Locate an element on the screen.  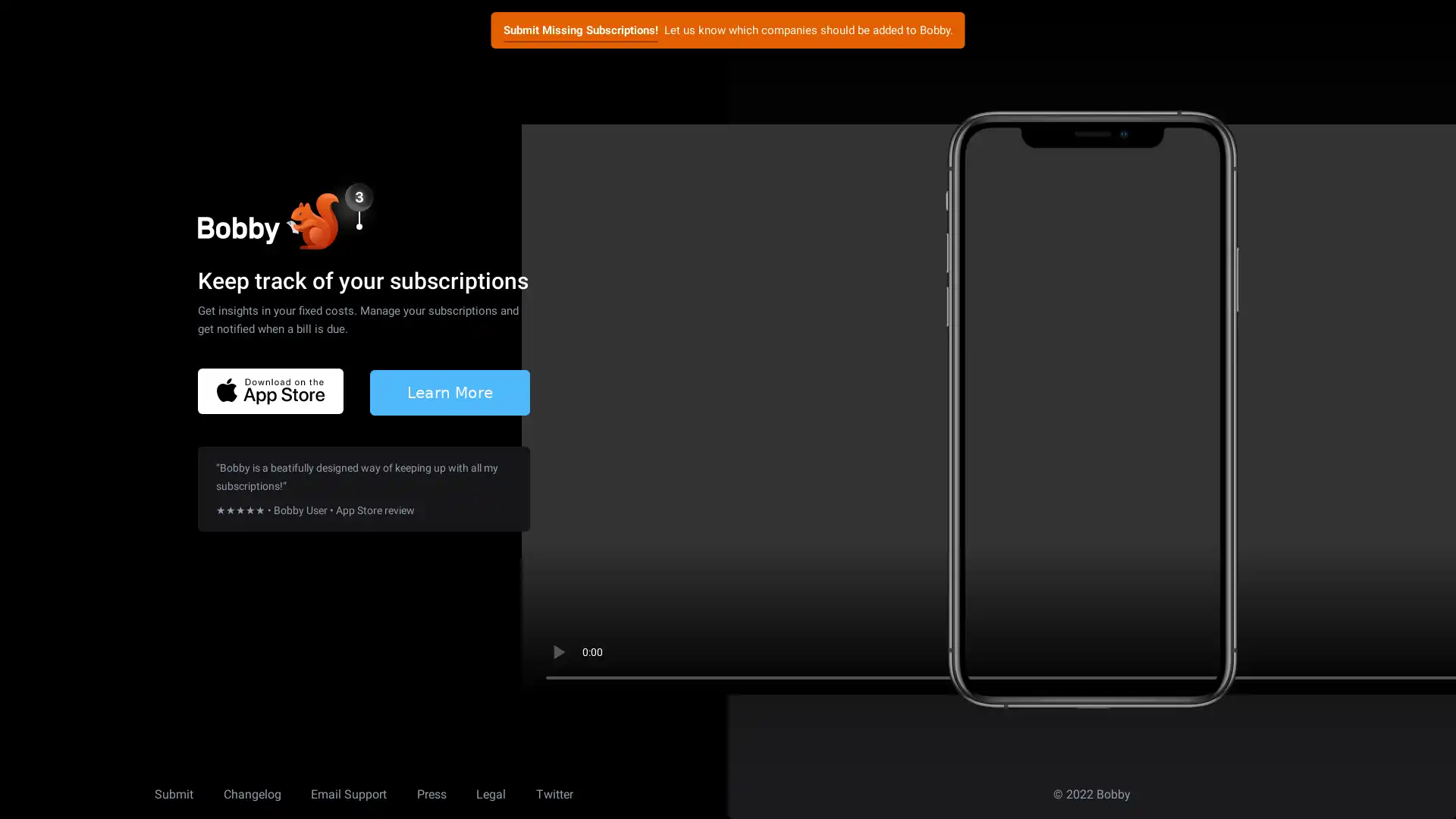
Learn More is located at coordinates (449, 391).